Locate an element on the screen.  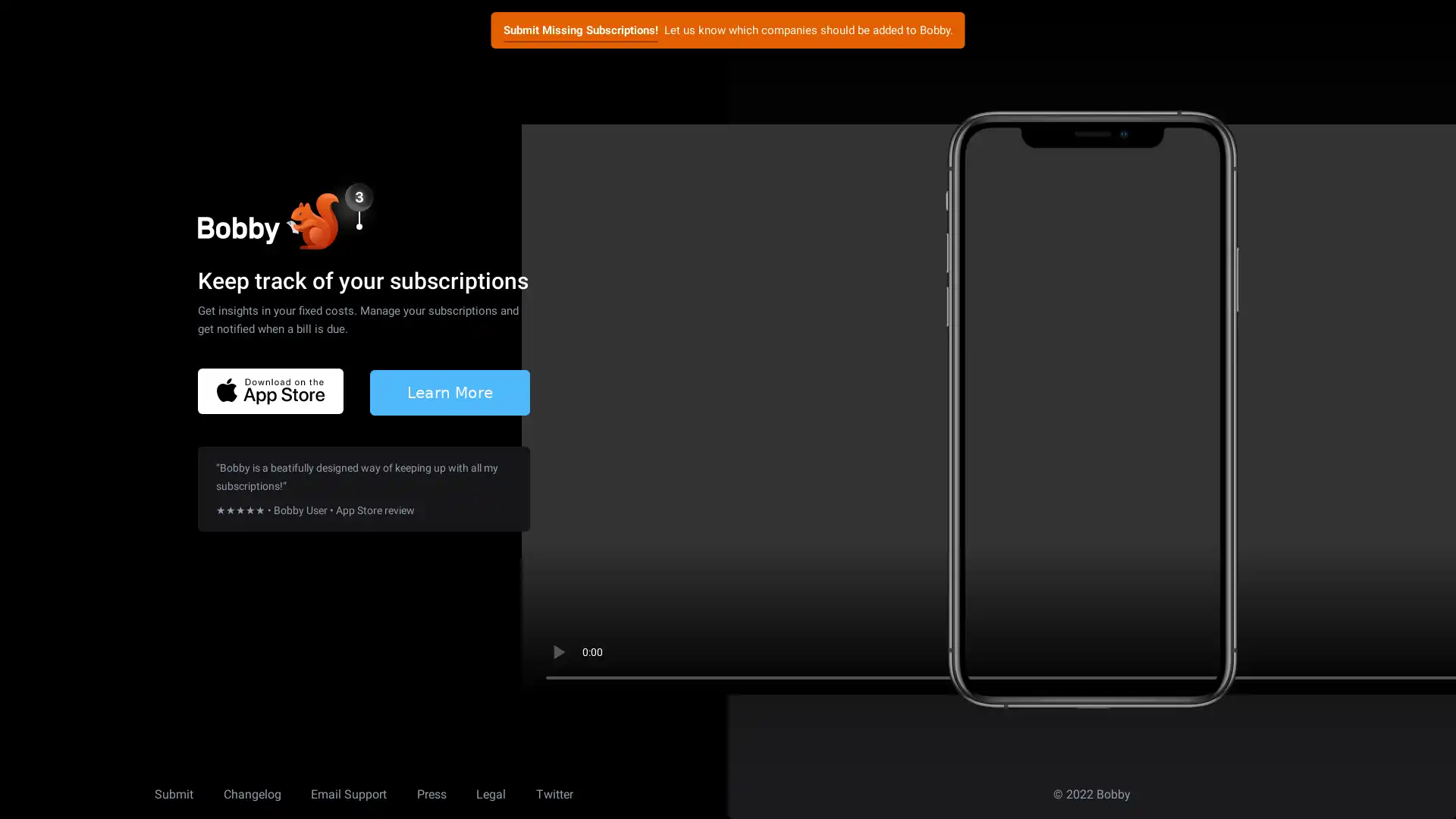
Learn More is located at coordinates (449, 391).